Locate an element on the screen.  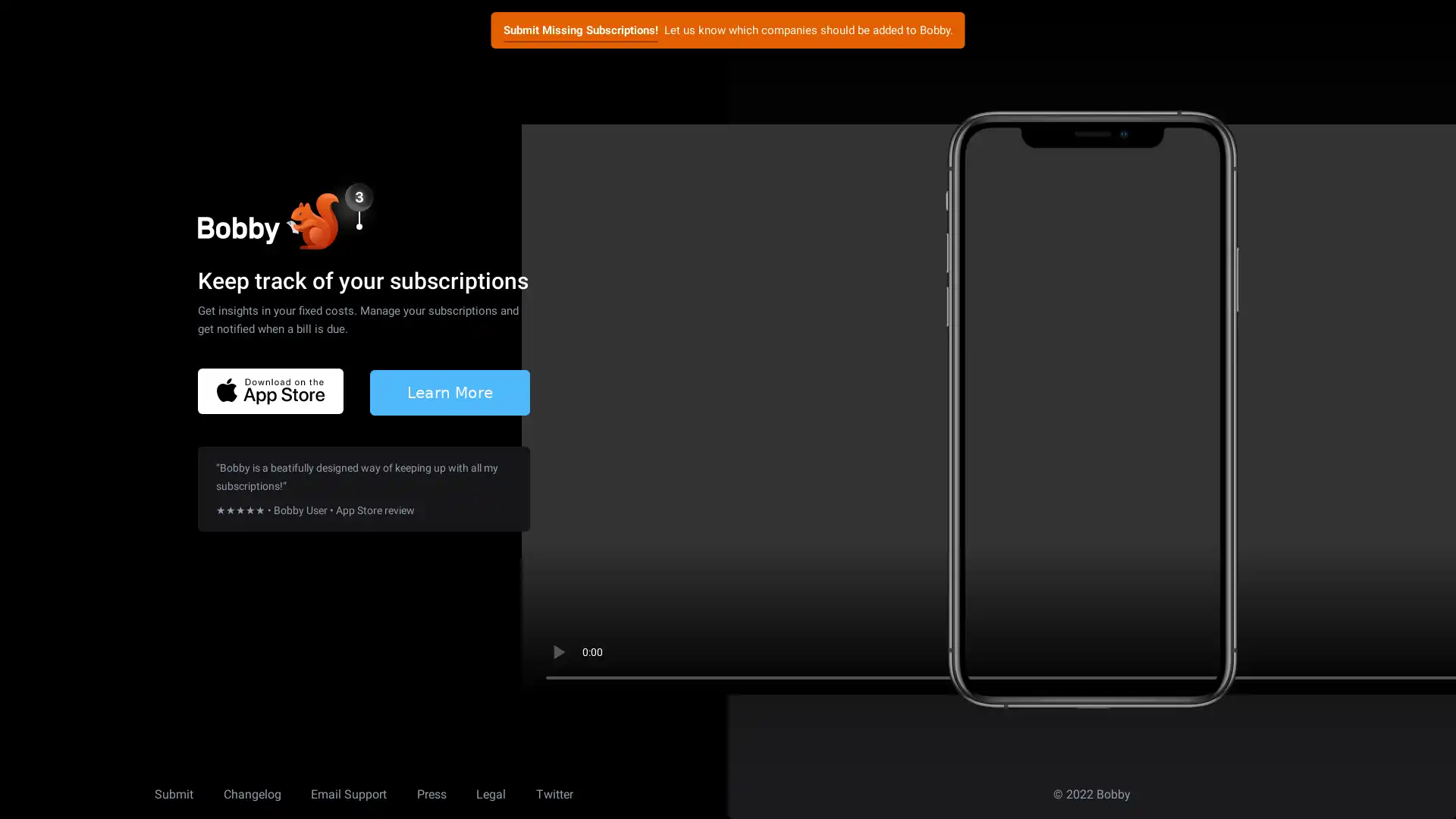
Learn More is located at coordinates (449, 391).